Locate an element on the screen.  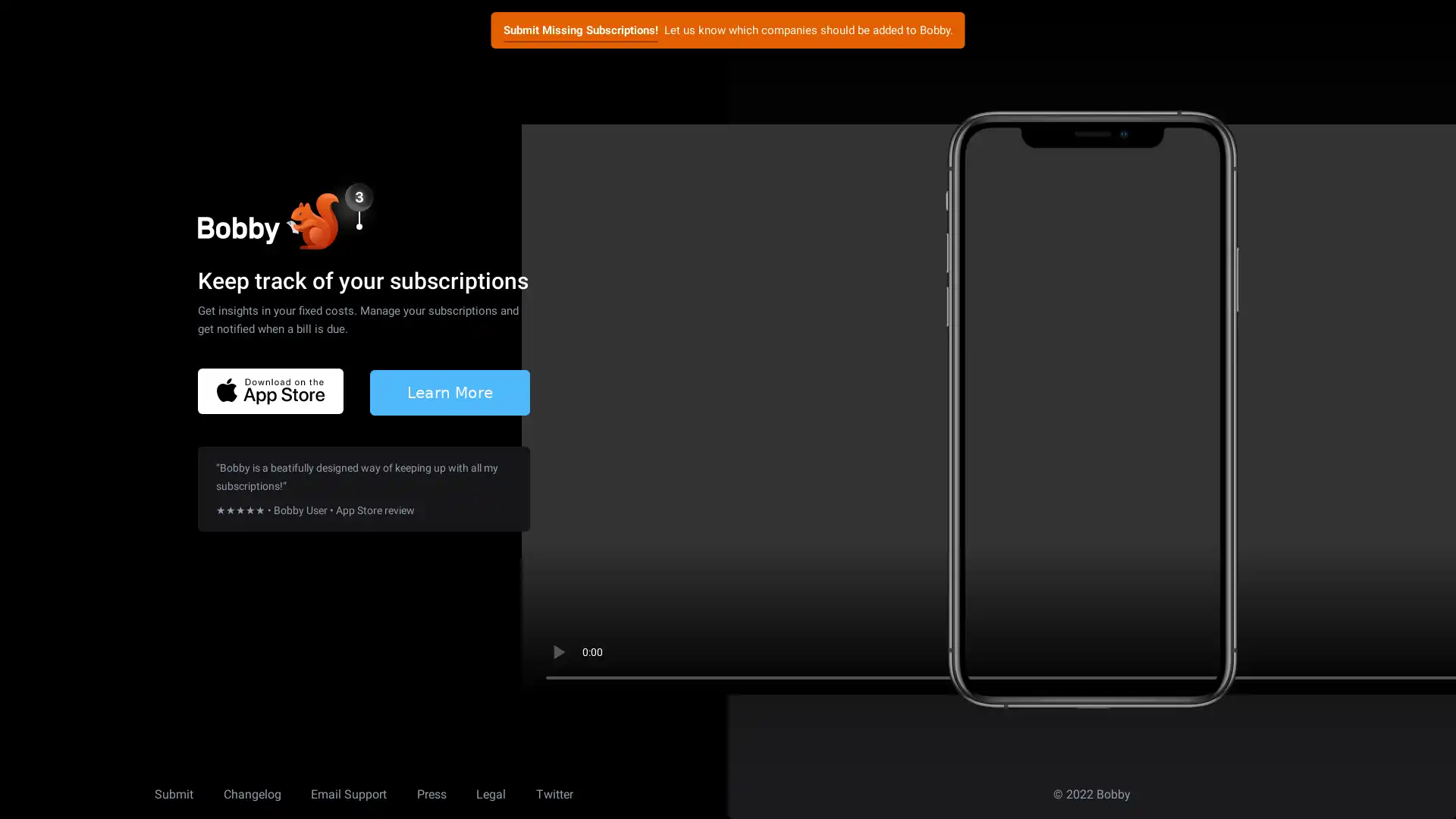
Learn More is located at coordinates (449, 391).